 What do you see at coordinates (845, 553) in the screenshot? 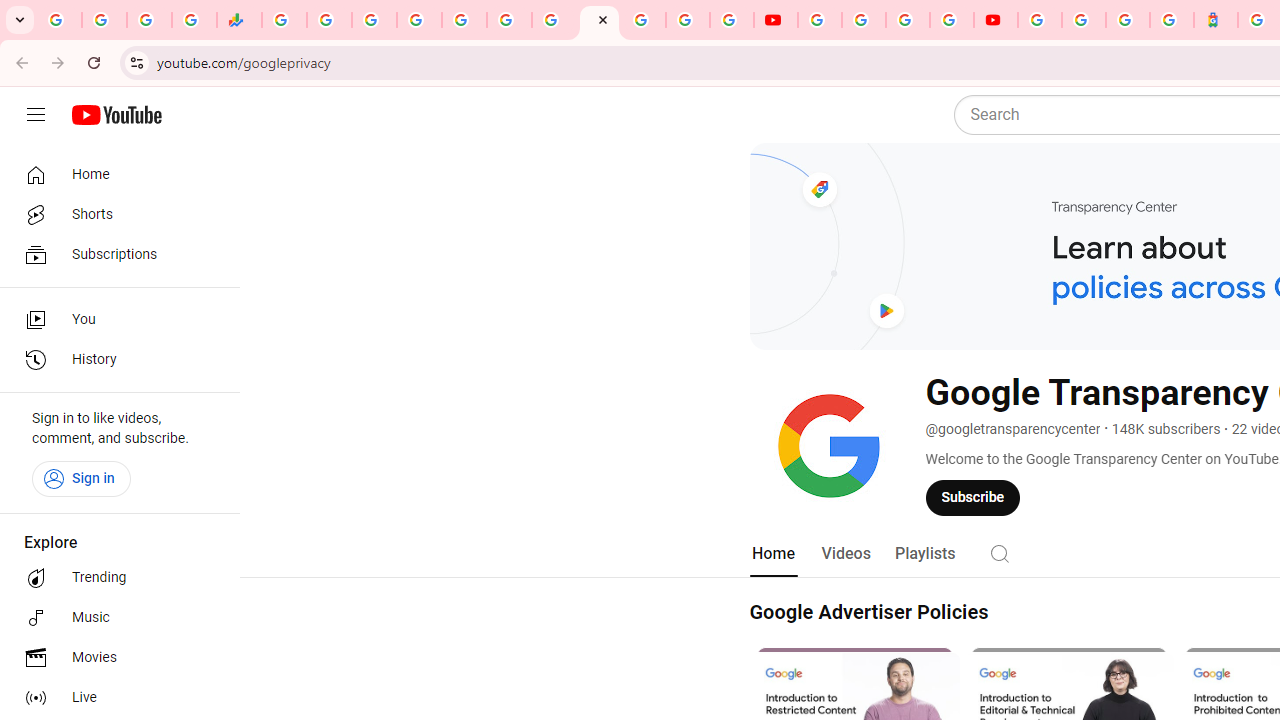
I see `'Videos'` at bounding box center [845, 553].